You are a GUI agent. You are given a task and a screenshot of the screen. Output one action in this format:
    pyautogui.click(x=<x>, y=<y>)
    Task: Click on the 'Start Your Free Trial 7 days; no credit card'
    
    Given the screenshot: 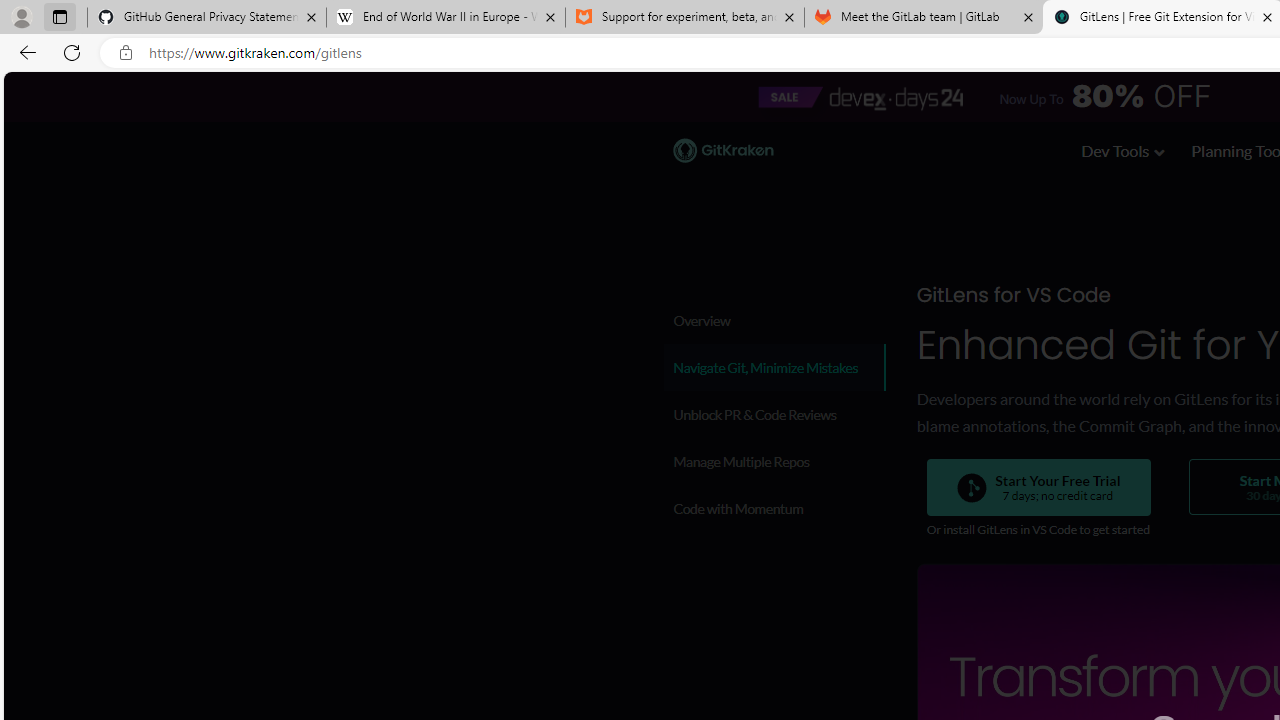 What is the action you would take?
    pyautogui.click(x=1038, y=487)
    